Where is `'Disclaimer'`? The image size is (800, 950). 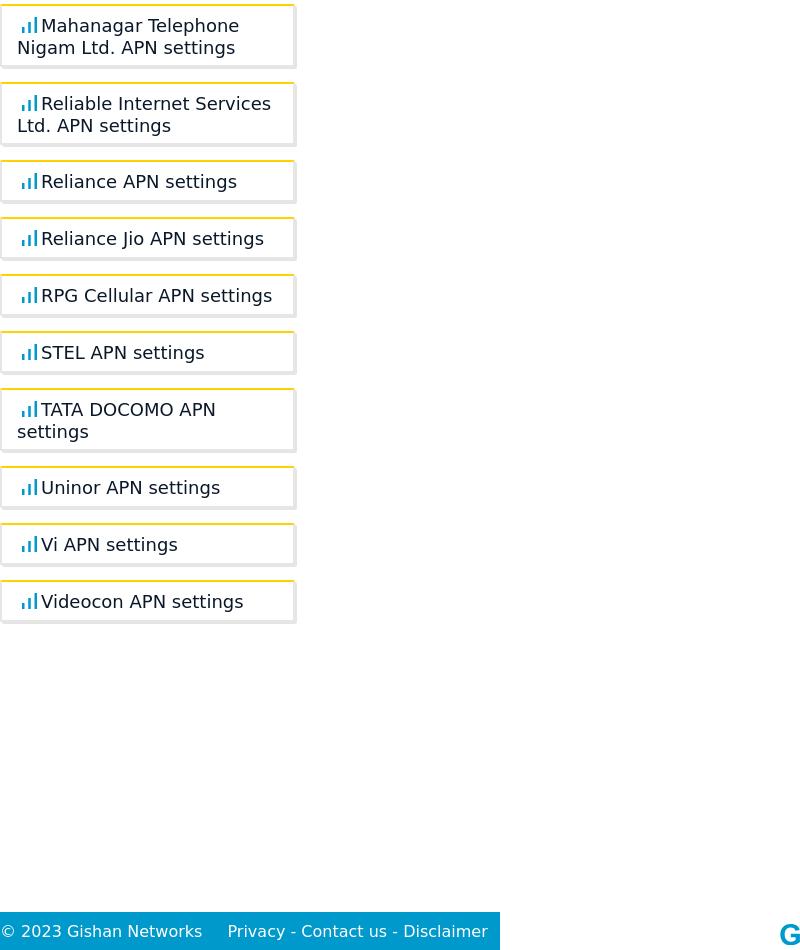 'Disclaimer' is located at coordinates (444, 930).